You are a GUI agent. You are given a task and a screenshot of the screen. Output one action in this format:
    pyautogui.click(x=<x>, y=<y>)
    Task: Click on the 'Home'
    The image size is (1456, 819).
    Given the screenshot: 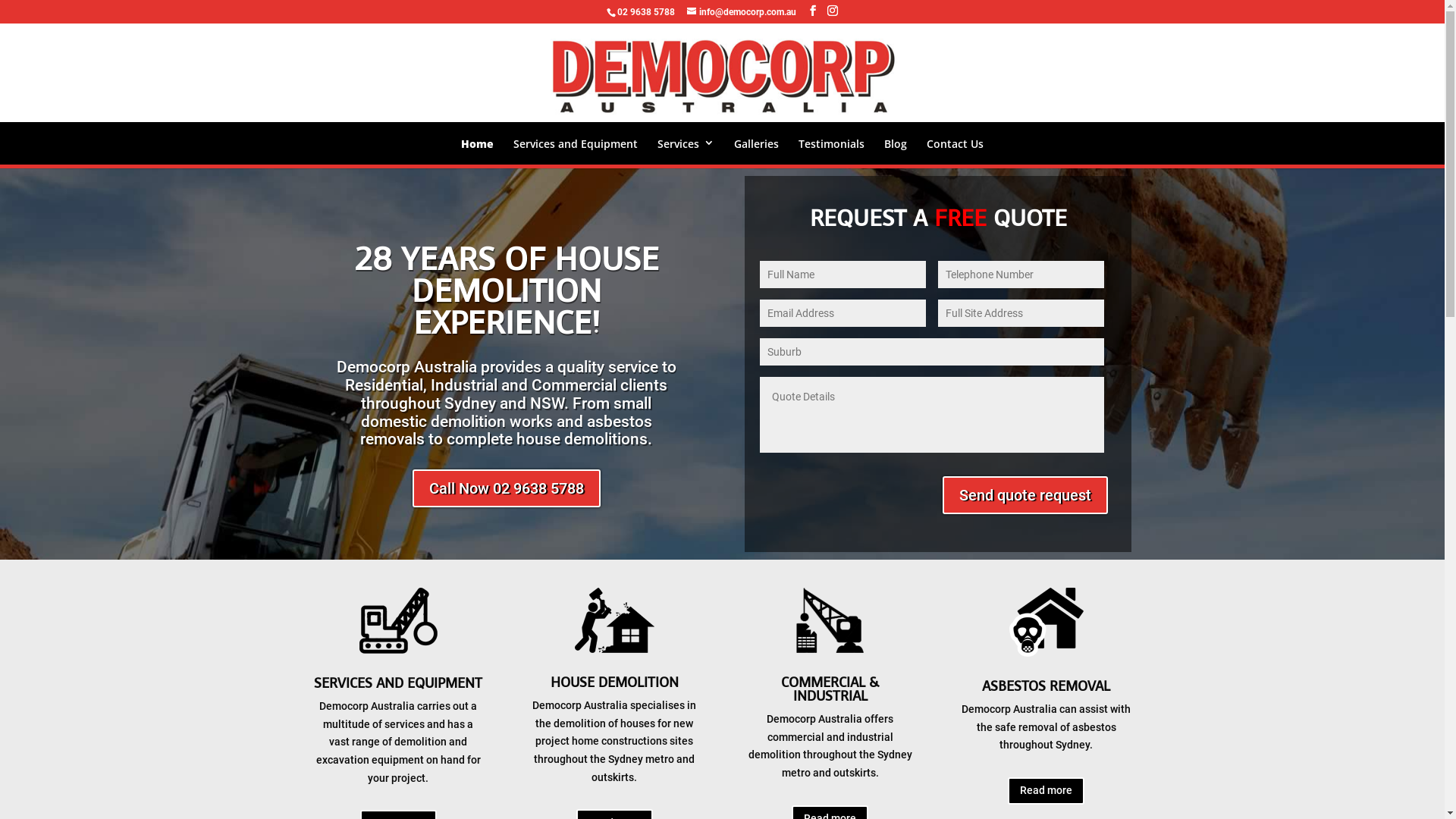 What is the action you would take?
    pyautogui.click(x=476, y=143)
    